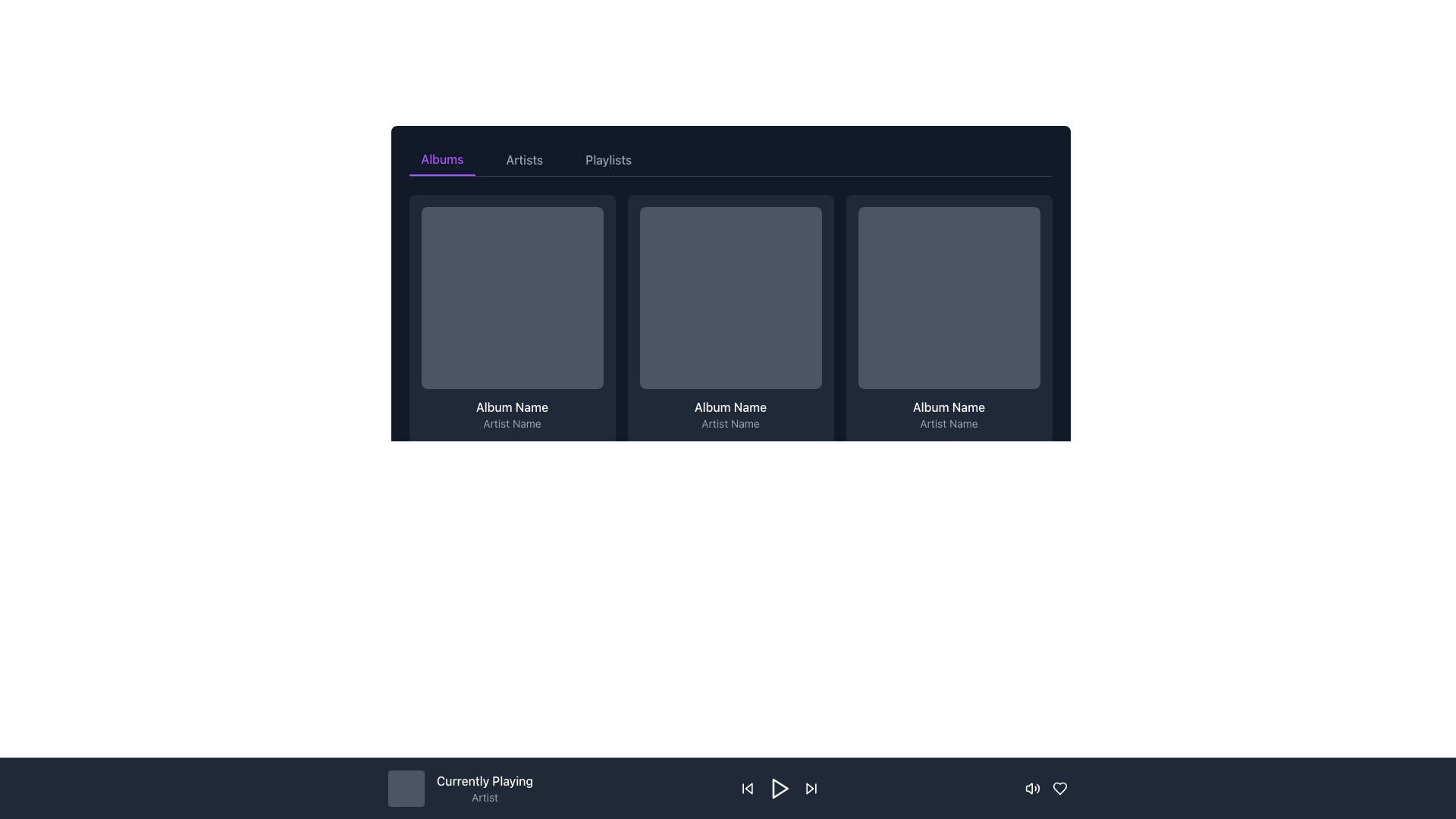 Image resolution: width=1456 pixels, height=819 pixels. What do you see at coordinates (748, 788) in the screenshot?
I see `the leftmost button in the bottom playback control panel to skip backward during media playback` at bounding box center [748, 788].